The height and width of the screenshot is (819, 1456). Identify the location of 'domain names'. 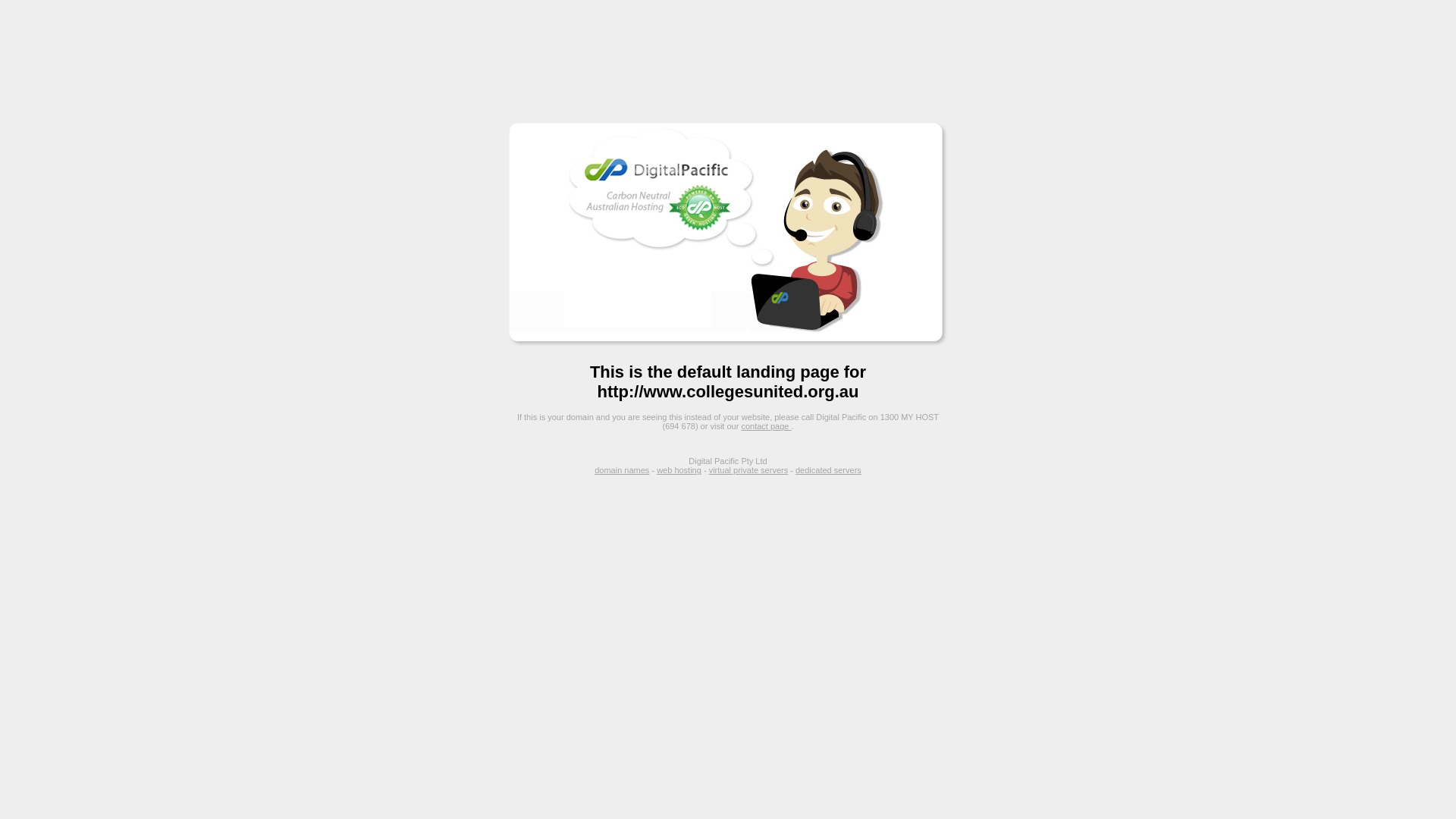
(622, 469).